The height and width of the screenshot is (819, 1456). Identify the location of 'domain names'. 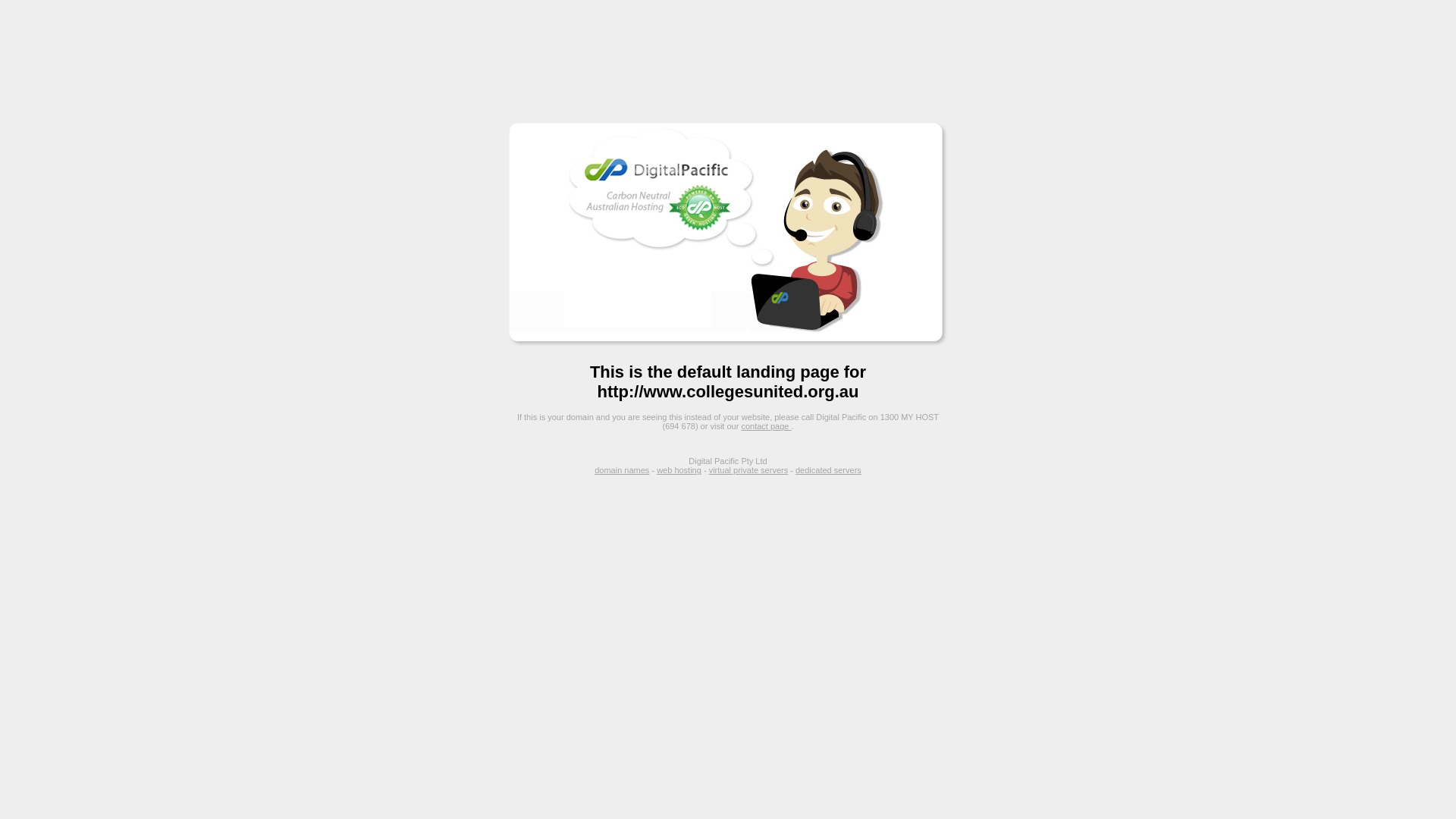
(622, 469).